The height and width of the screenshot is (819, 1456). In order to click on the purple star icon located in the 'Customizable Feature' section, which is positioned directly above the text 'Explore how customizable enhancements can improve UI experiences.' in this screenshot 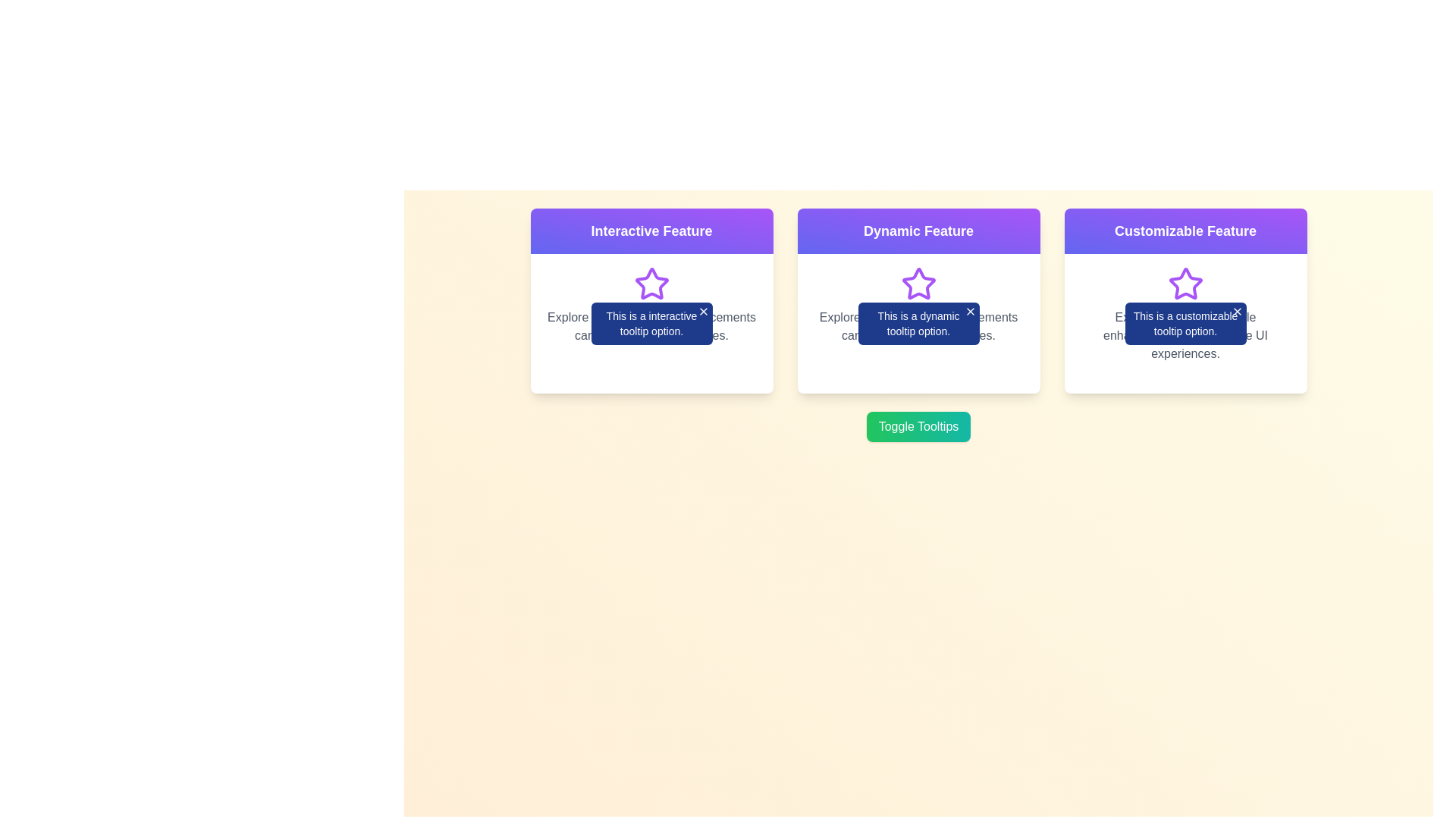, I will do `click(1185, 284)`.